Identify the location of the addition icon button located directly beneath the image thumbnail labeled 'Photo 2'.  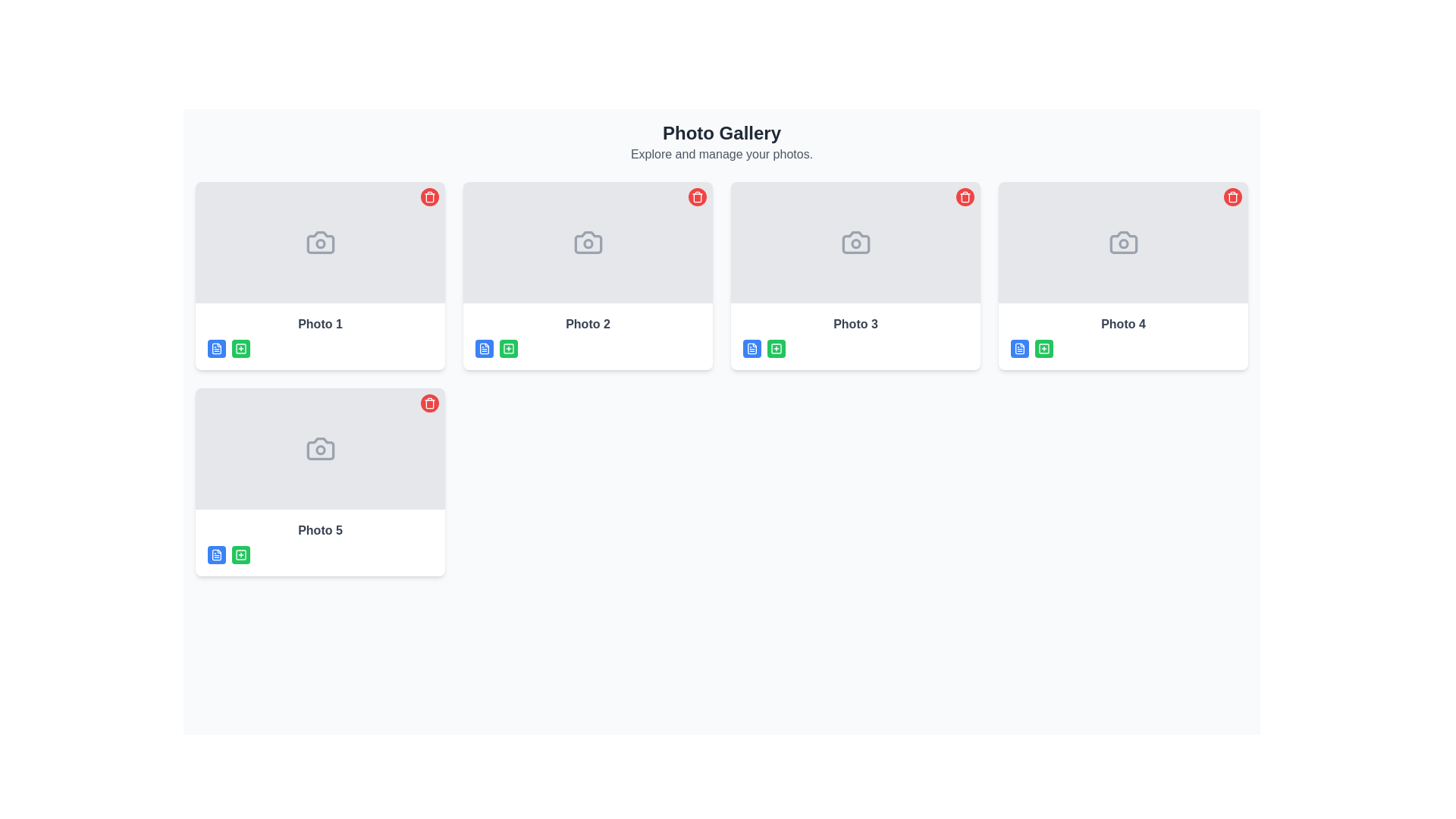
(509, 348).